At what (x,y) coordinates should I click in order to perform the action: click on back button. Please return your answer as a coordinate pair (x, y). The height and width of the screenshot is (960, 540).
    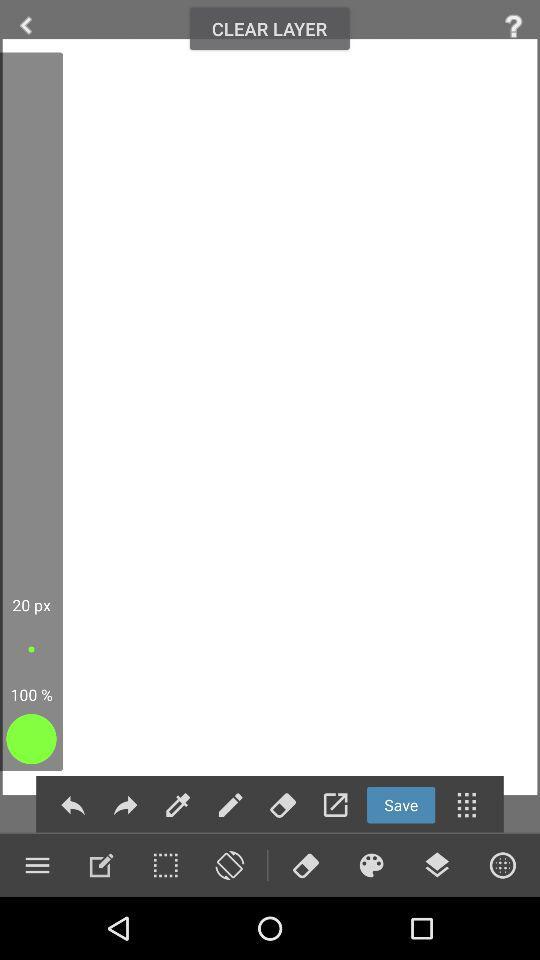
    Looking at the image, I should click on (72, 805).